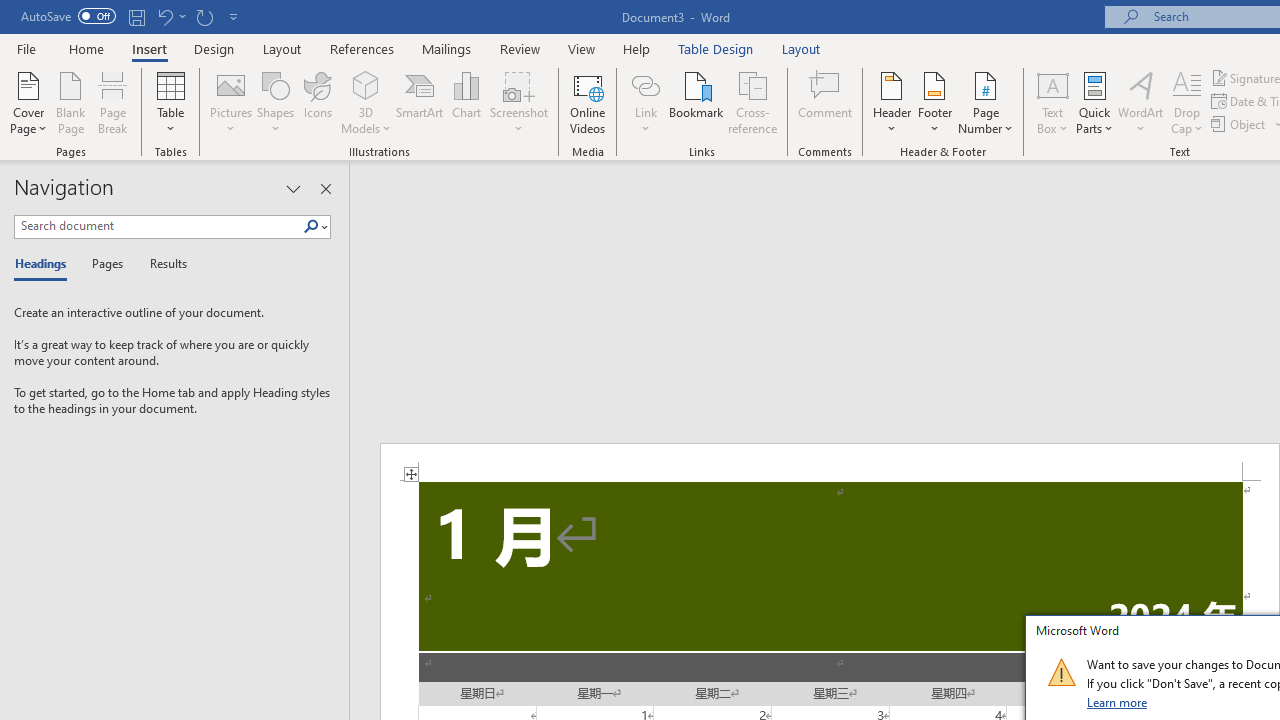  Describe the element at coordinates (1187, 103) in the screenshot. I see `'Drop Cap'` at that location.